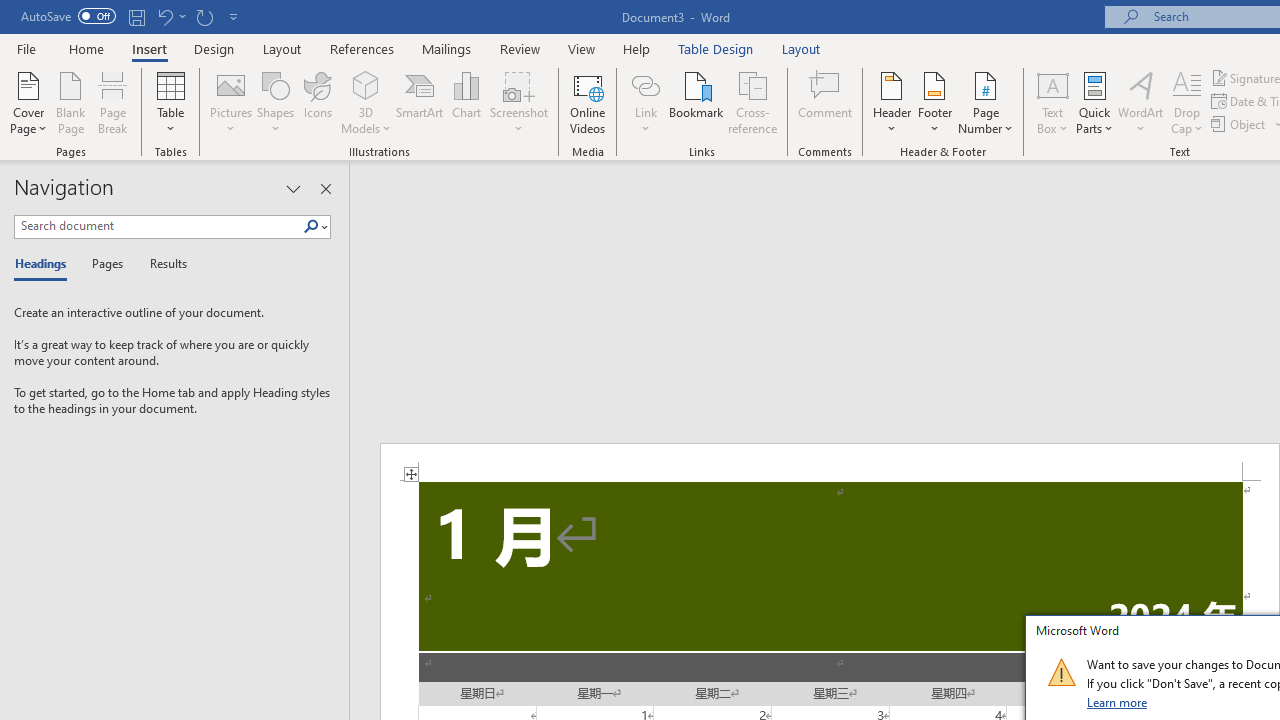  Describe the element at coordinates (1187, 103) in the screenshot. I see `'Drop Cap'` at that location.